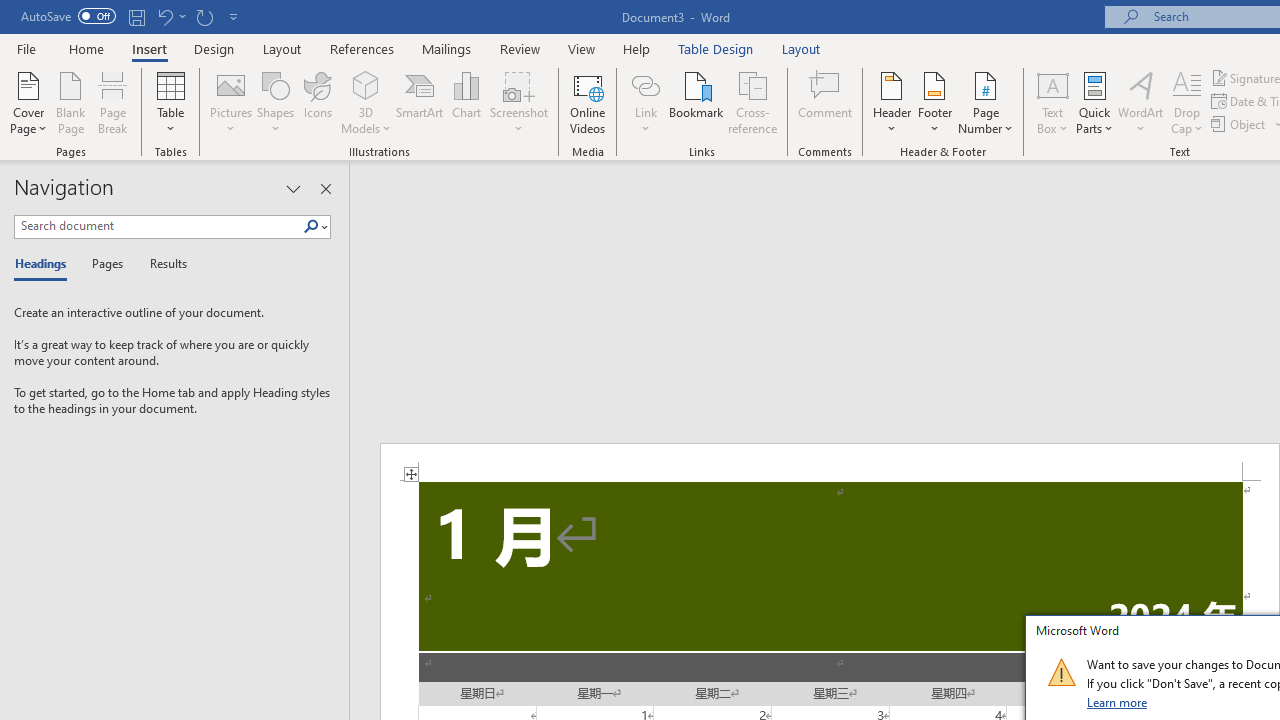  Describe the element at coordinates (1187, 103) in the screenshot. I see `'Drop Cap'` at that location.